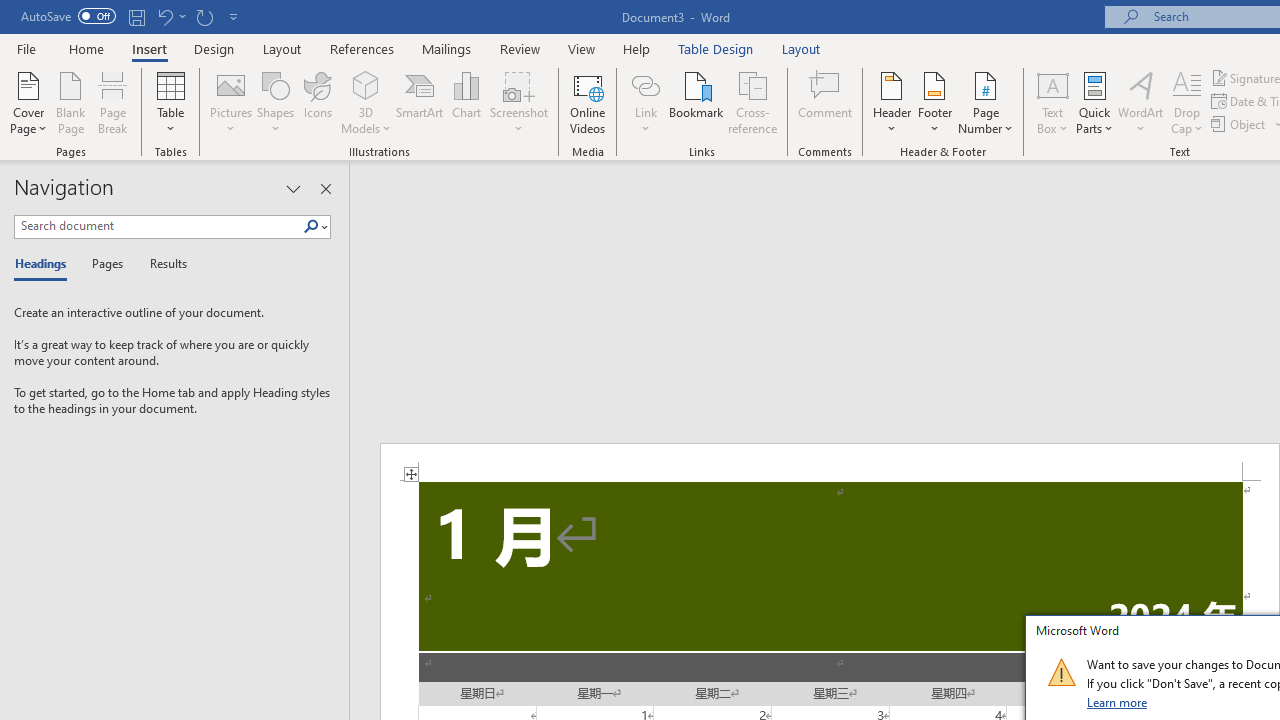  Describe the element at coordinates (1187, 103) in the screenshot. I see `'Drop Cap'` at that location.